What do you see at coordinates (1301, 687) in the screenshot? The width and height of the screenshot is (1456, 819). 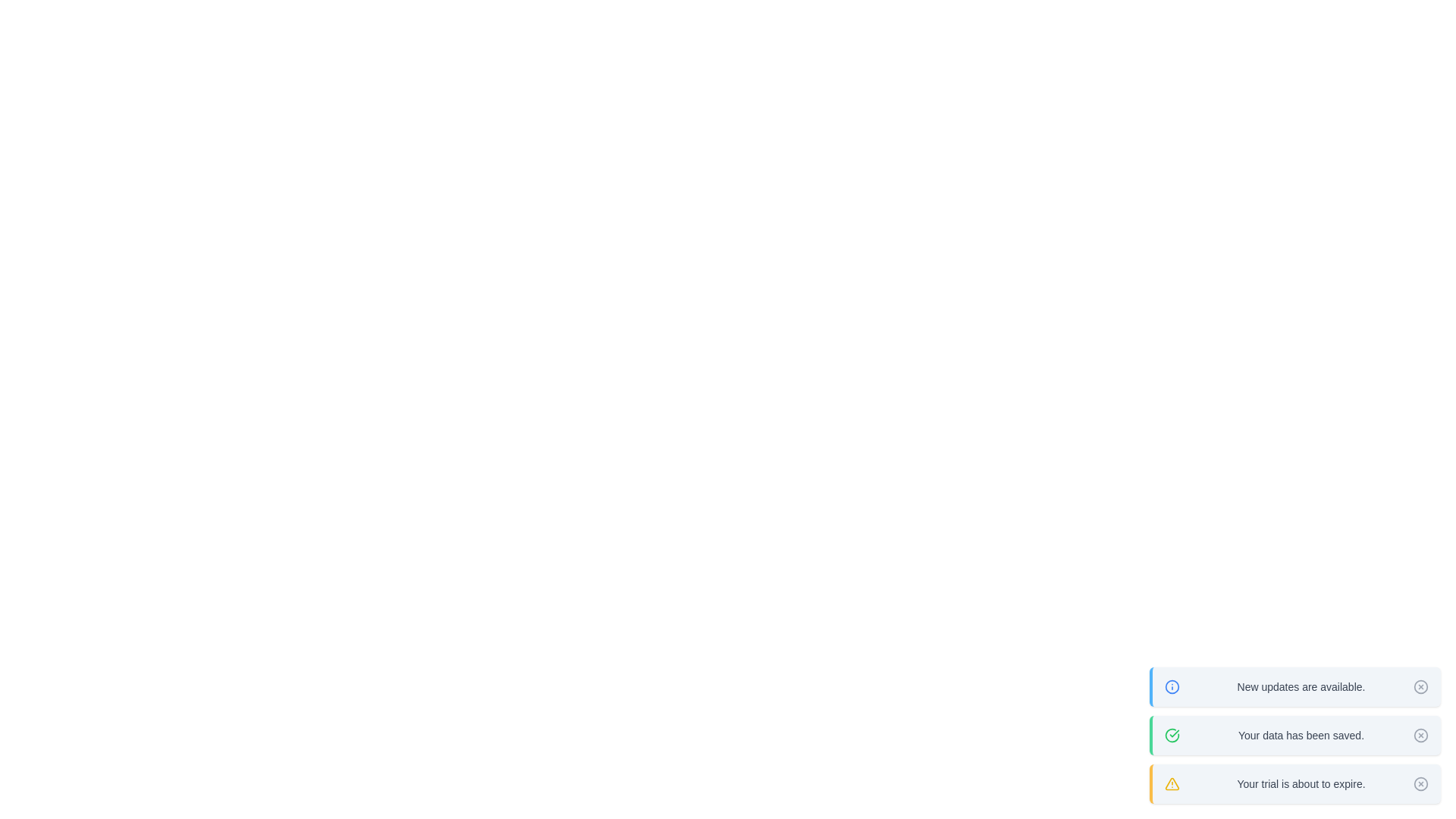 I see `the text displaying 'New updates are available.' which is styled in medium gray font and located centrally within the notification card at the top of the stack in the lower-right corner of the interface` at bounding box center [1301, 687].